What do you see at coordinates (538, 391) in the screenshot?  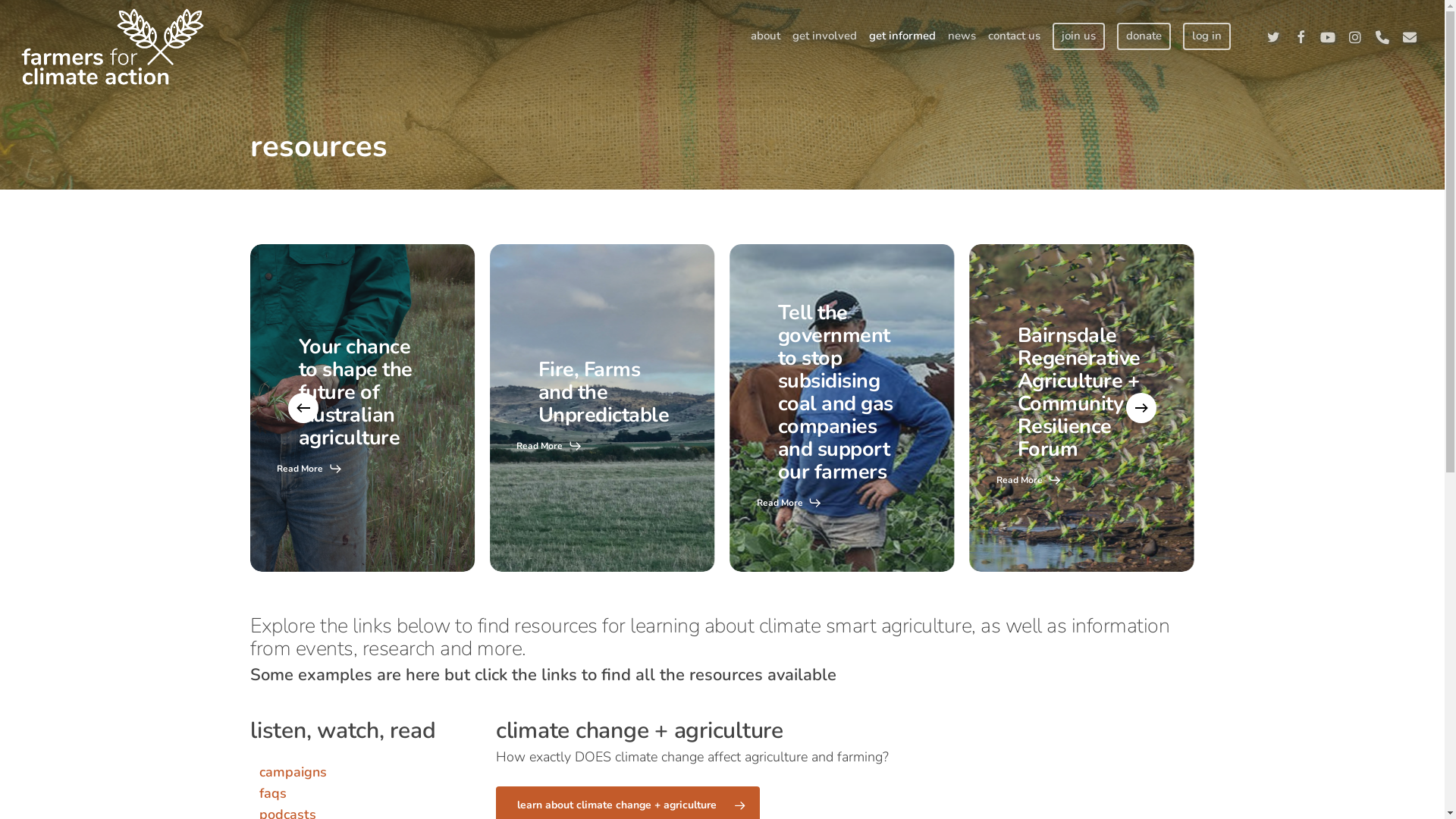 I see `'Fire, Farms and the Unpredictable'` at bounding box center [538, 391].